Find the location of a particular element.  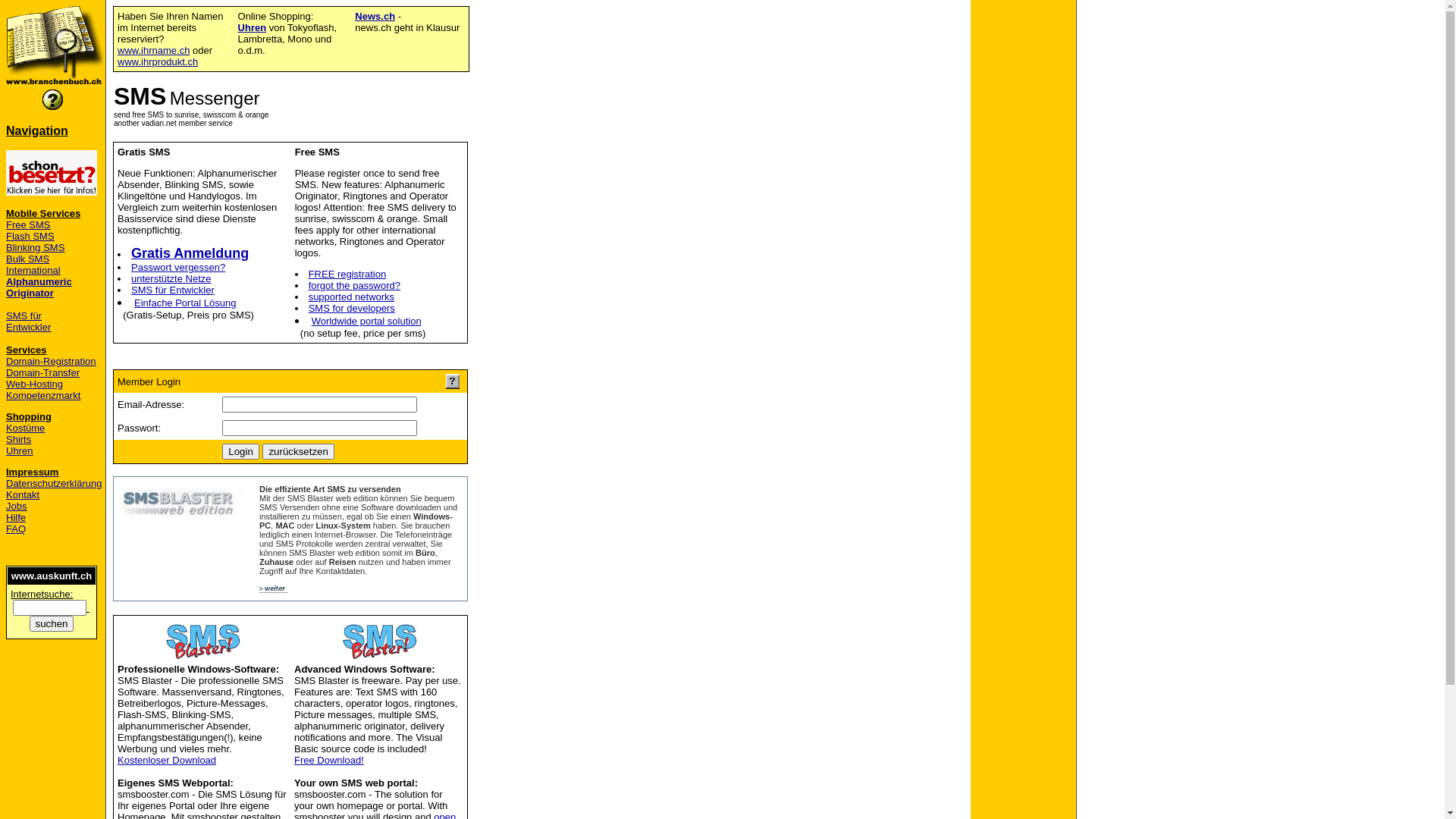

'supported networks' is located at coordinates (350, 297).